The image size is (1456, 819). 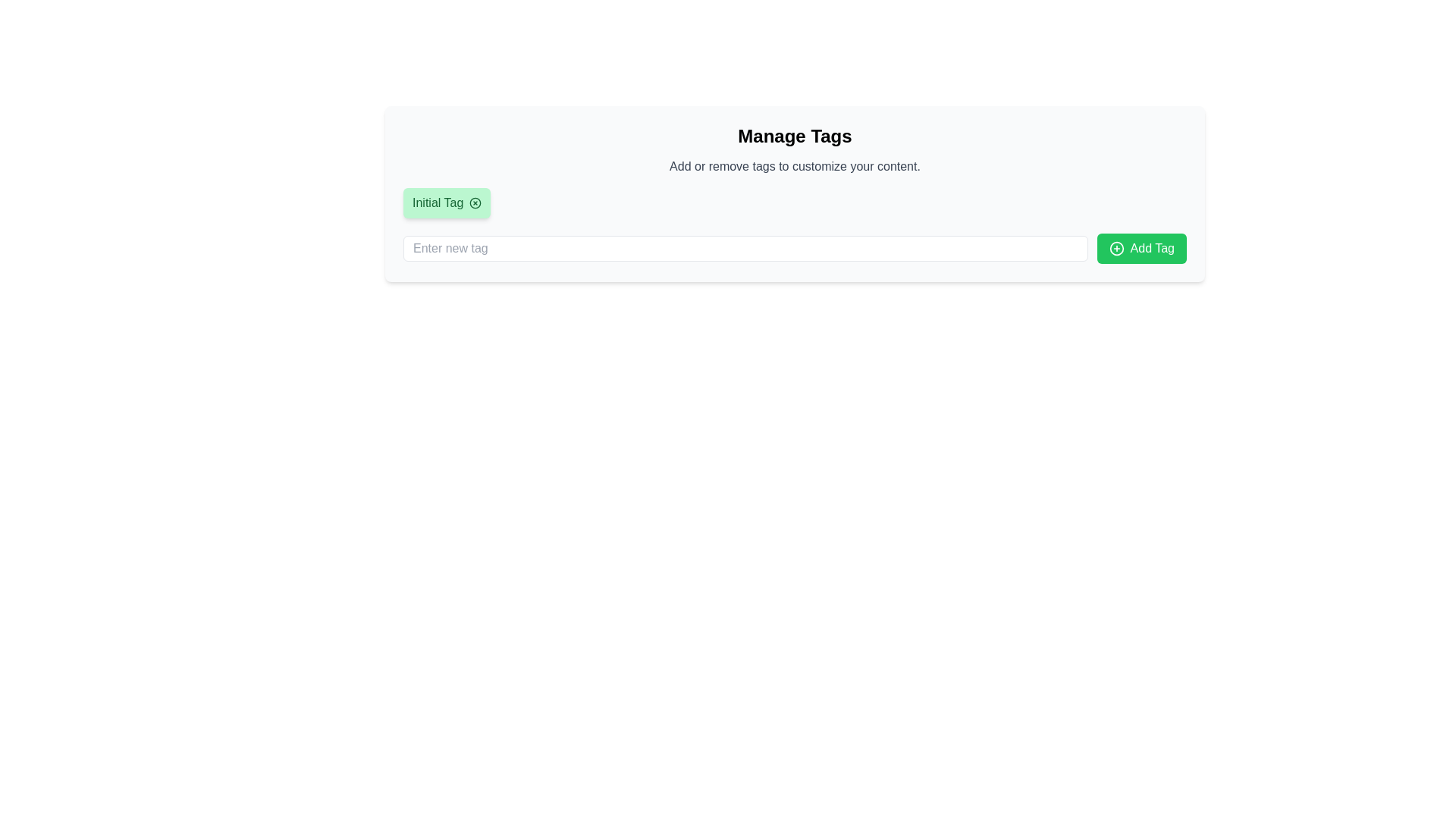 What do you see at coordinates (475, 202) in the screenshot?
I see `the close or remove icon located within the green rounded rectangle labeled 'Initial Tag'` at bounding box center [475, 202].